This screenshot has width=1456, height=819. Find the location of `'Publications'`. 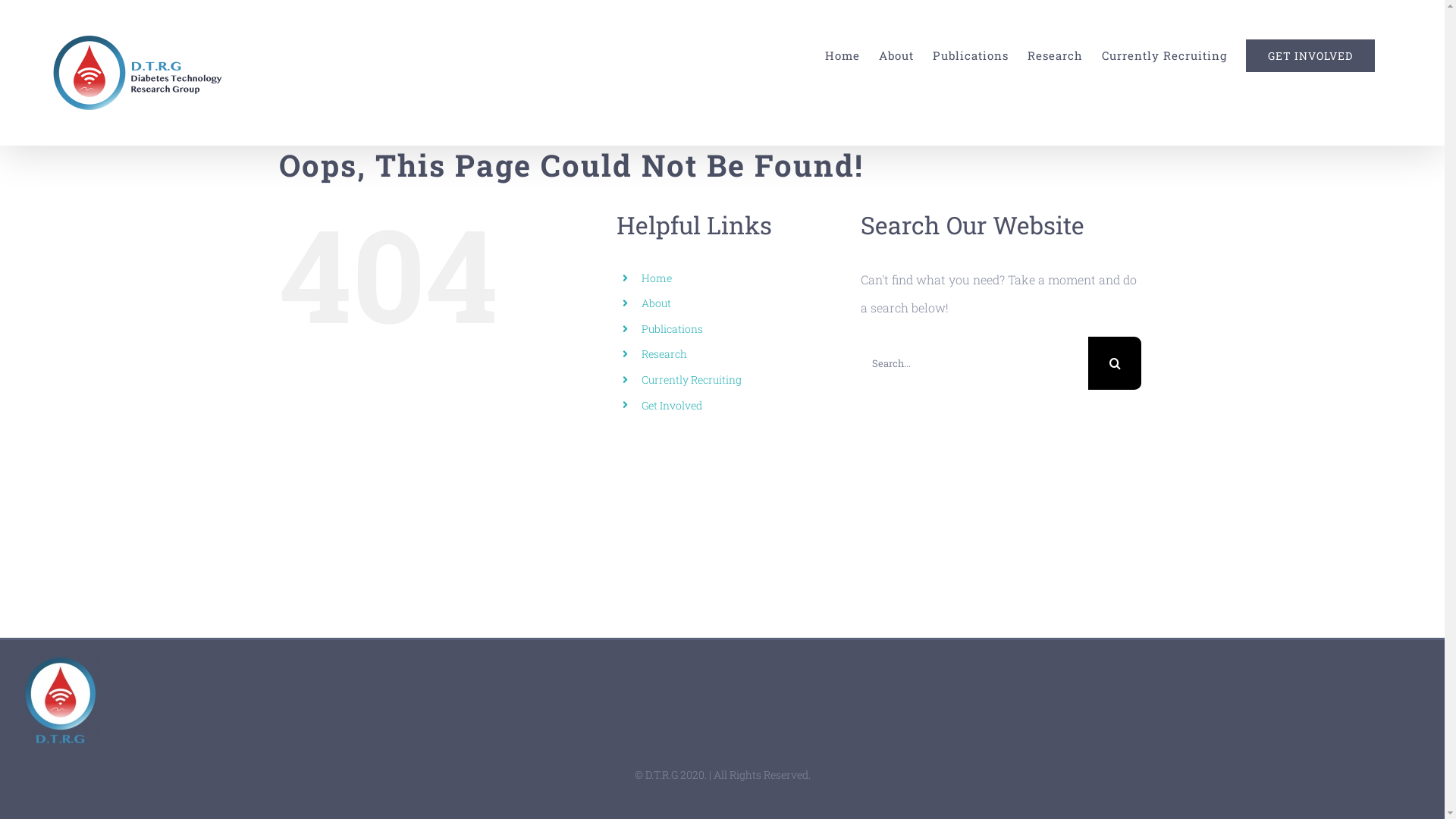

'Publications' is located at coordinates (971, 55).